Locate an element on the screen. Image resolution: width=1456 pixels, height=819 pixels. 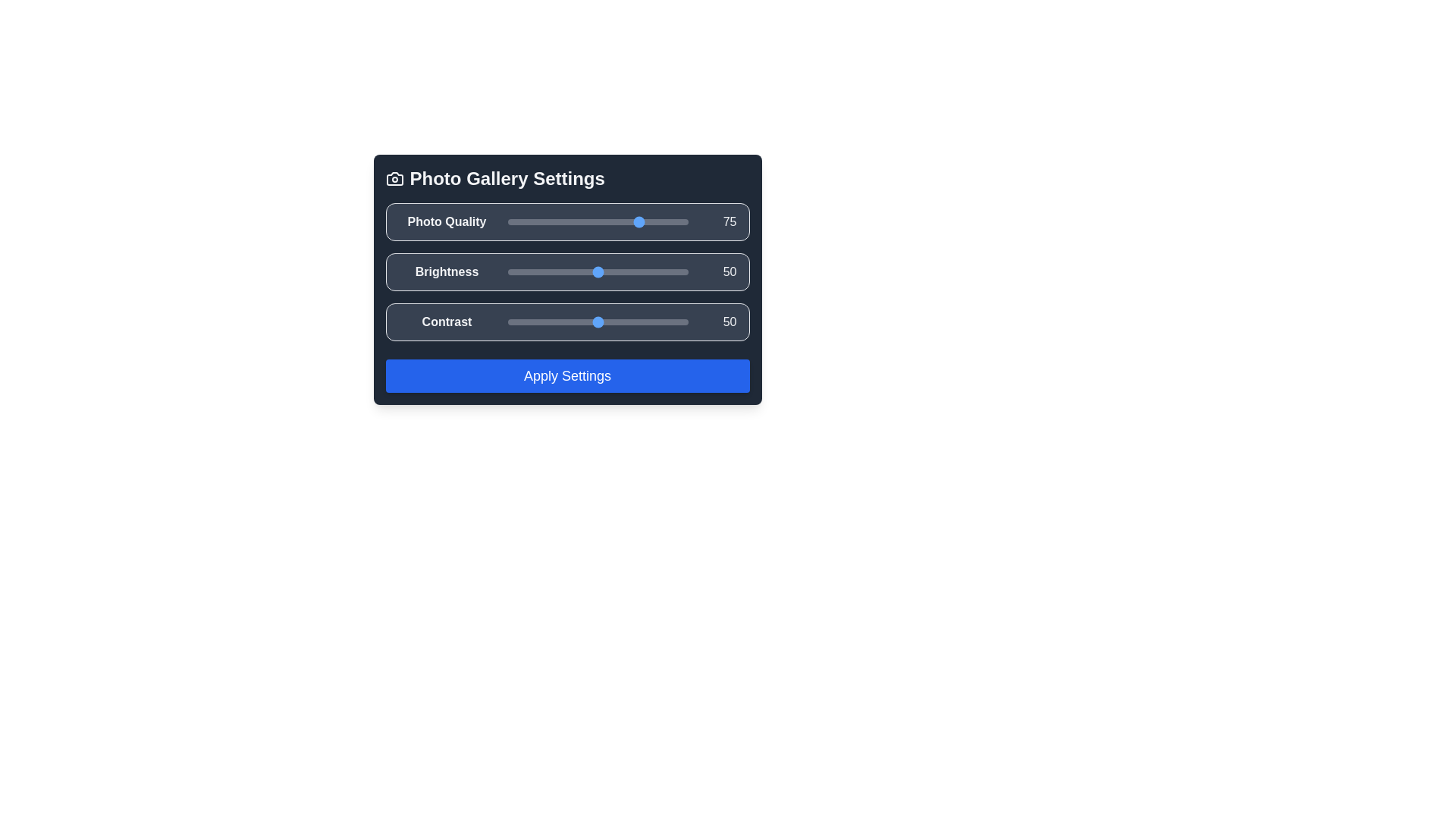
the contrast is located at coordinates (635, 321).